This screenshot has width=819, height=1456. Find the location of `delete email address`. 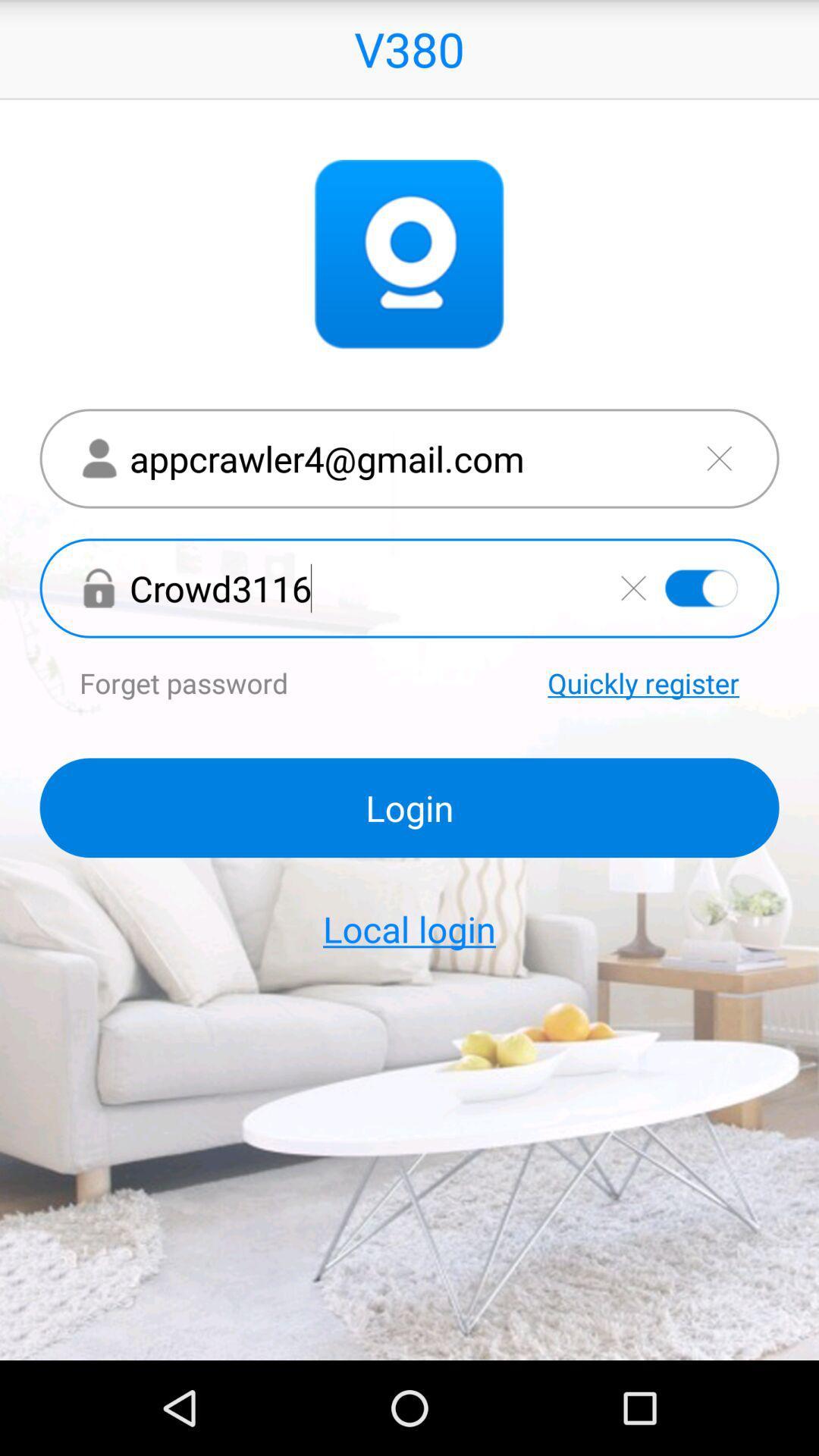

delete email address is located at coordinates (718, 457).